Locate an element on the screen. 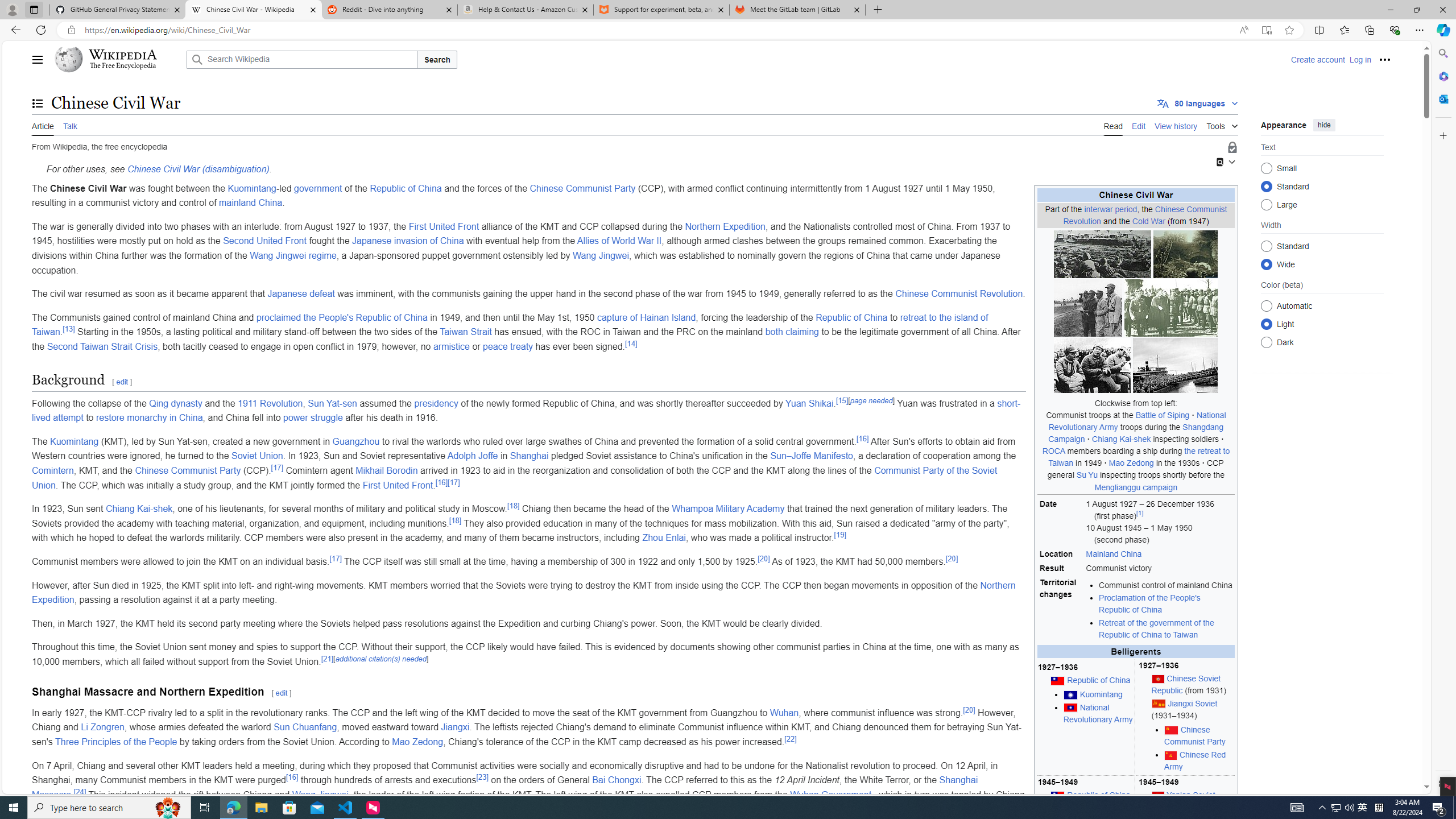 Image resolution: width=1456 pixels, height=819 pixels. 'government' is located at coordinates (317, 188).